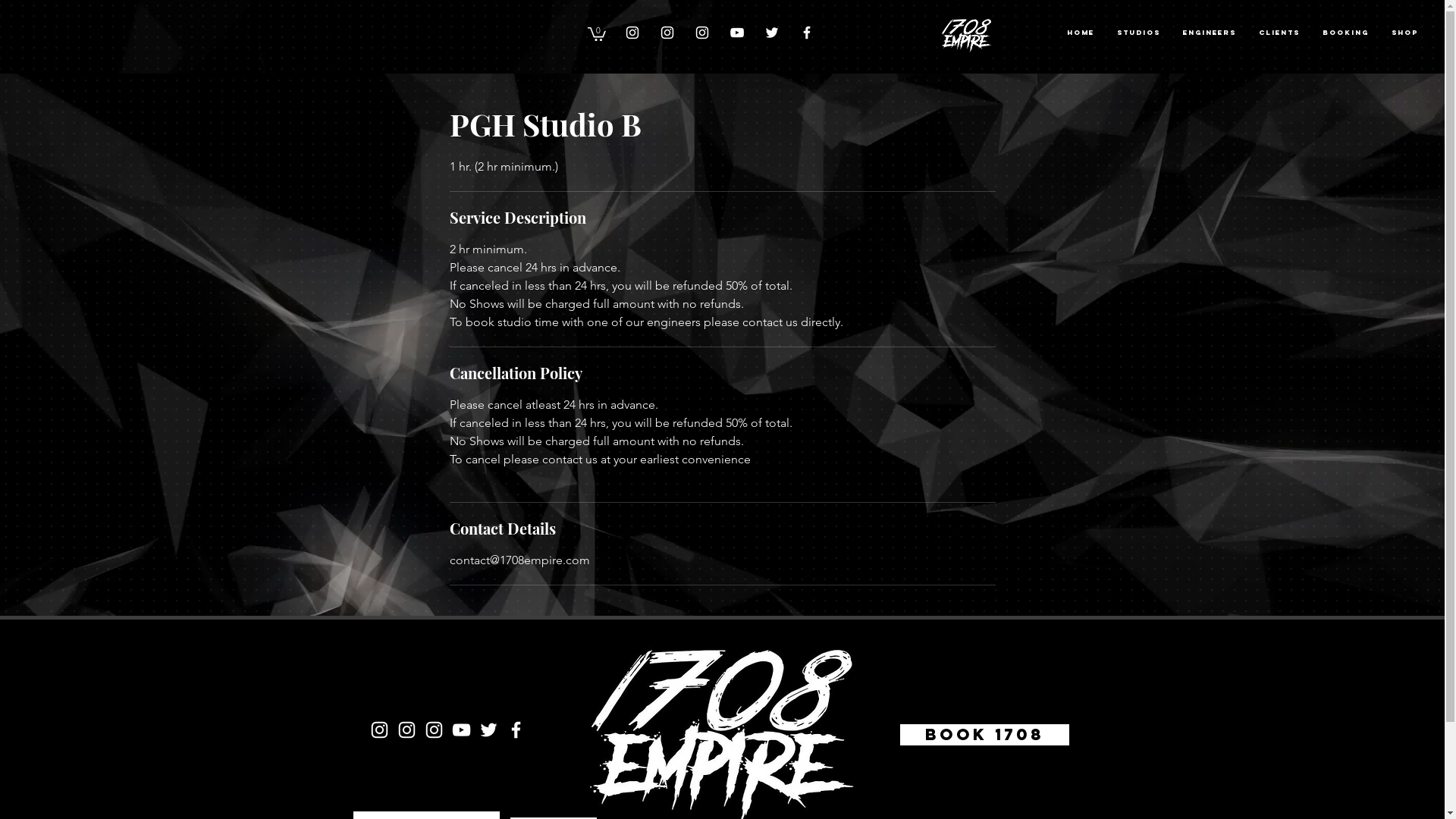 The width and height of the screenshot is (1456, 819). I want to click on 'BOOKING', so click(1345, 32).